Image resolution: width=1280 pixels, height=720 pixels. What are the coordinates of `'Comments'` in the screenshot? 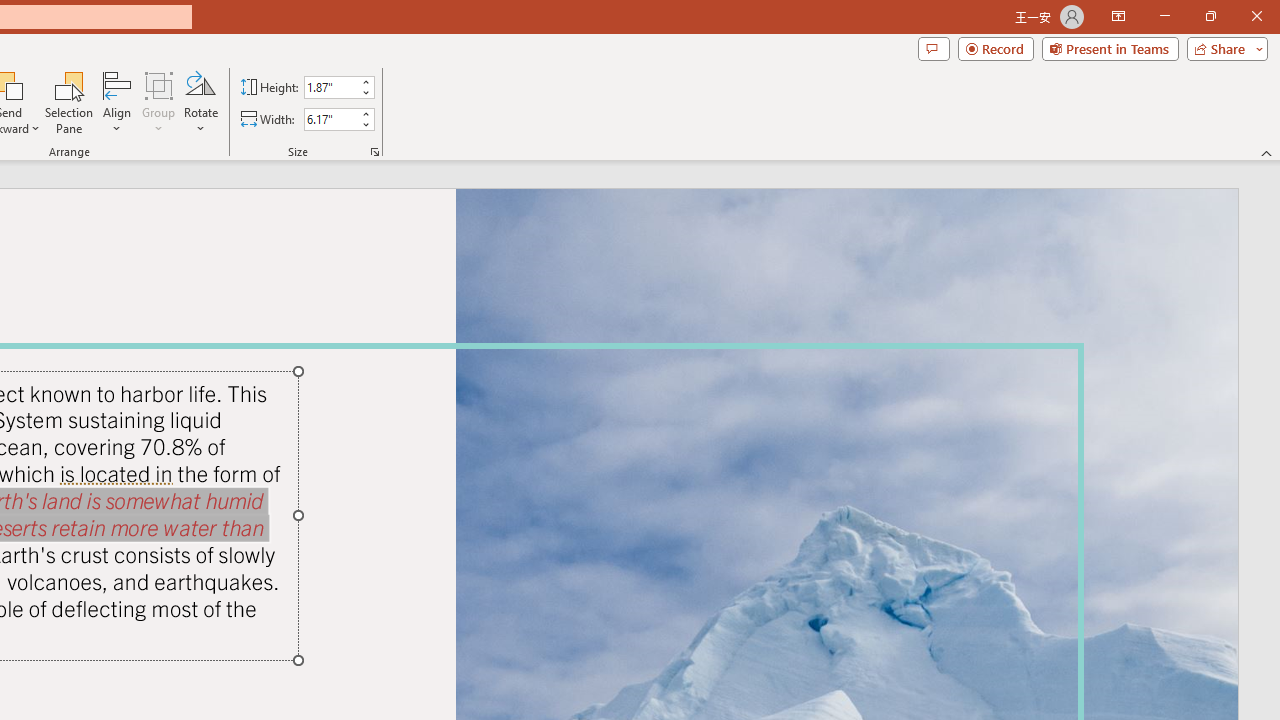 It's located at (932, 47).